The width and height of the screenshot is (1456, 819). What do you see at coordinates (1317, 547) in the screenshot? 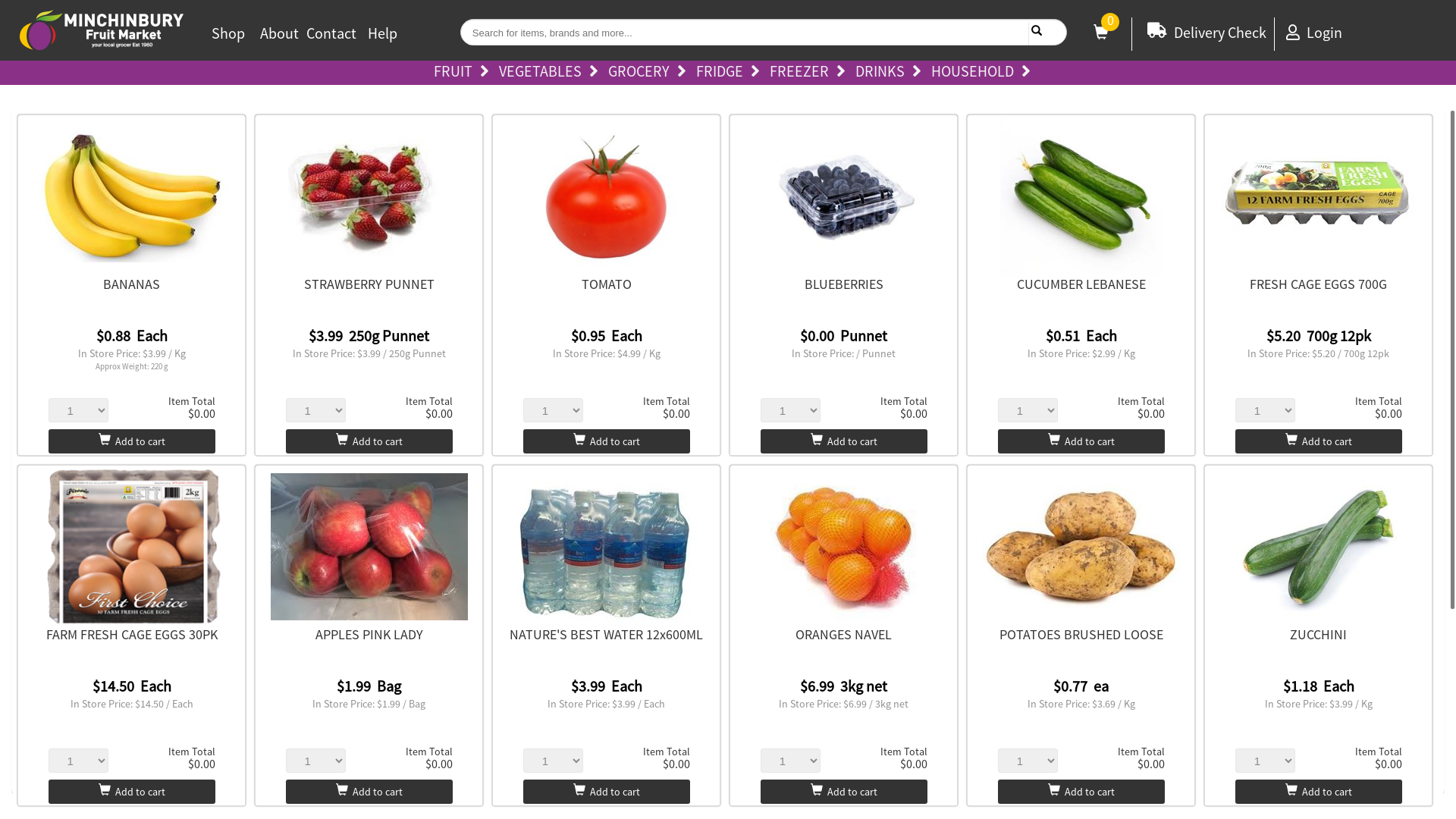
I see `'Show details for ZUCCHINI'` at bounding box center [1317, 547].